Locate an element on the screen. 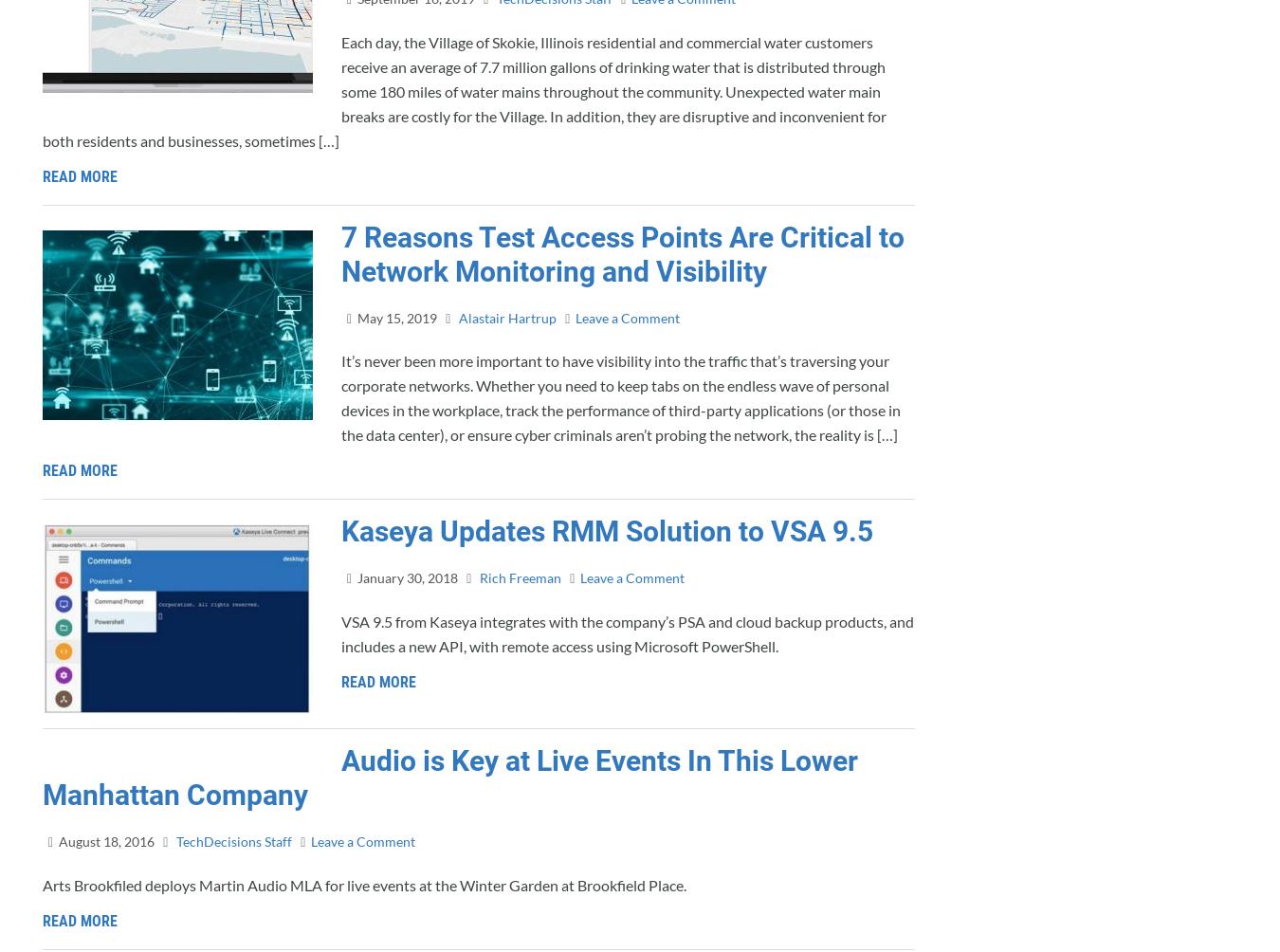 This screenshot has height=952, width=1280. 'January 30, 2018' is located at coordinates (407, 577).